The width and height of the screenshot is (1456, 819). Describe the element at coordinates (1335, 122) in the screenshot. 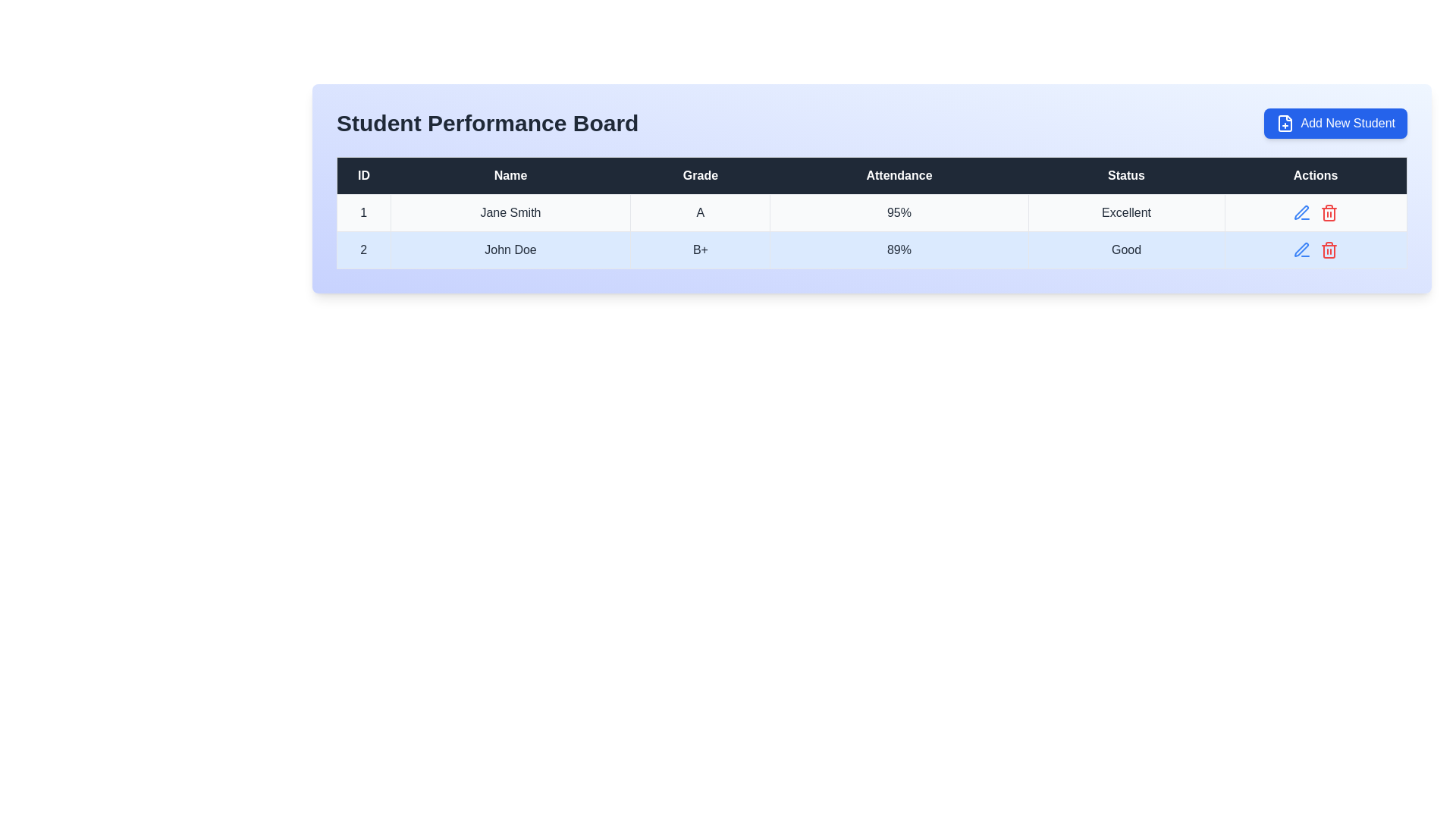

I see `the 'Add New Student' button, which is a bright blue rectangular button with white text and an icon, located in the top-right corner of the 'Student Performance Board' section` at that location.